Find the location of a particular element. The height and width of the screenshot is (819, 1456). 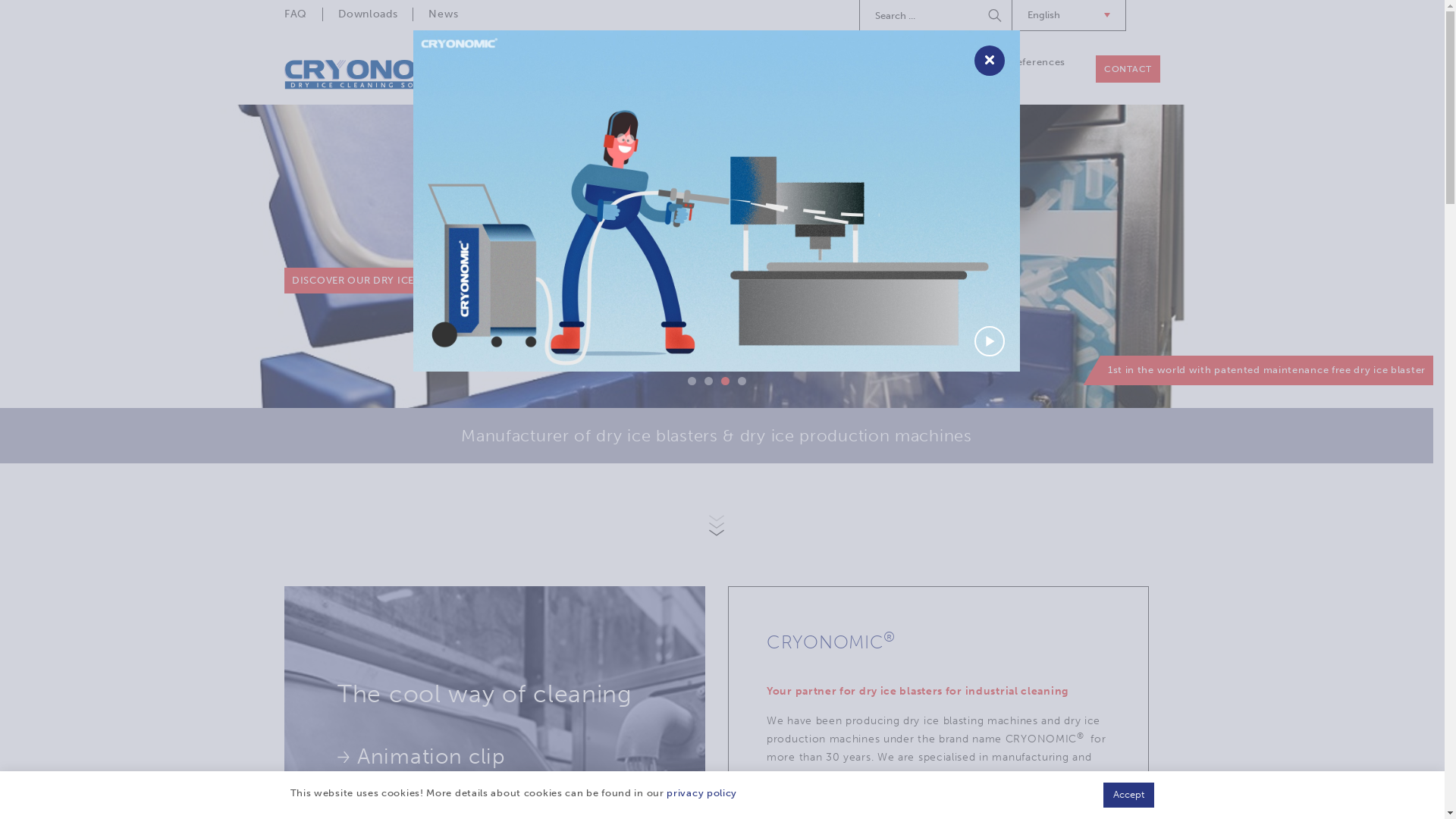

'Advantages' is located at coordinates (405, 795).